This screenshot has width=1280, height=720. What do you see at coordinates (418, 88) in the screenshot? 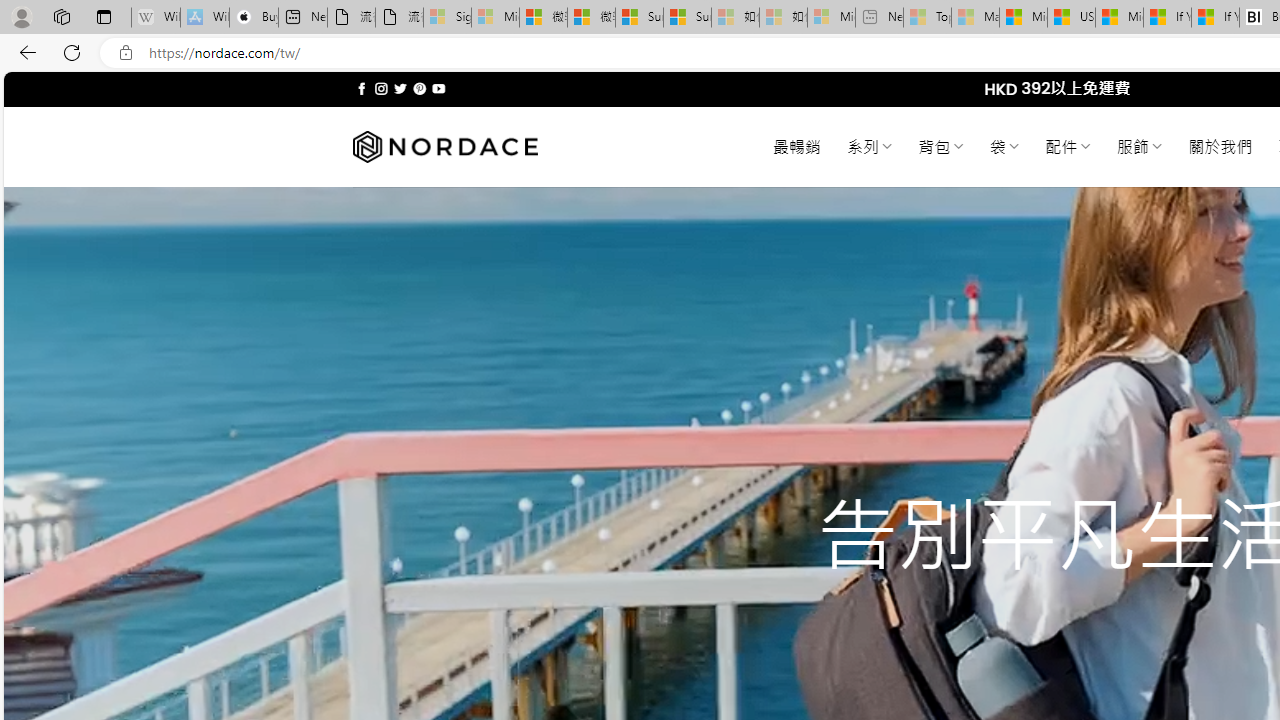
I see `'Follow on Pinterest'` at bounding box center [418, 88].